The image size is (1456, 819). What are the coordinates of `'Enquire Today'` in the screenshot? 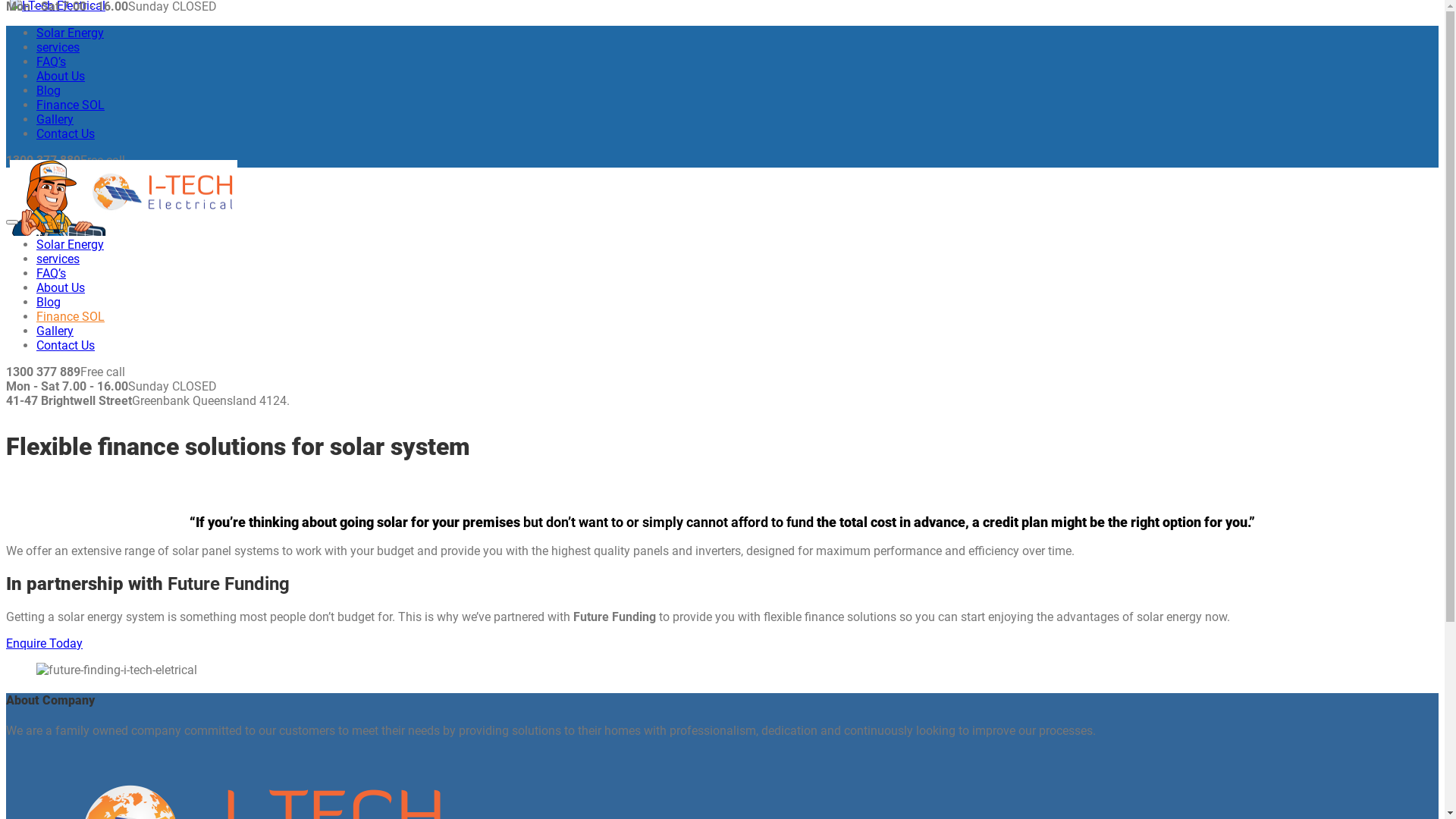 It's located at (44, 643).